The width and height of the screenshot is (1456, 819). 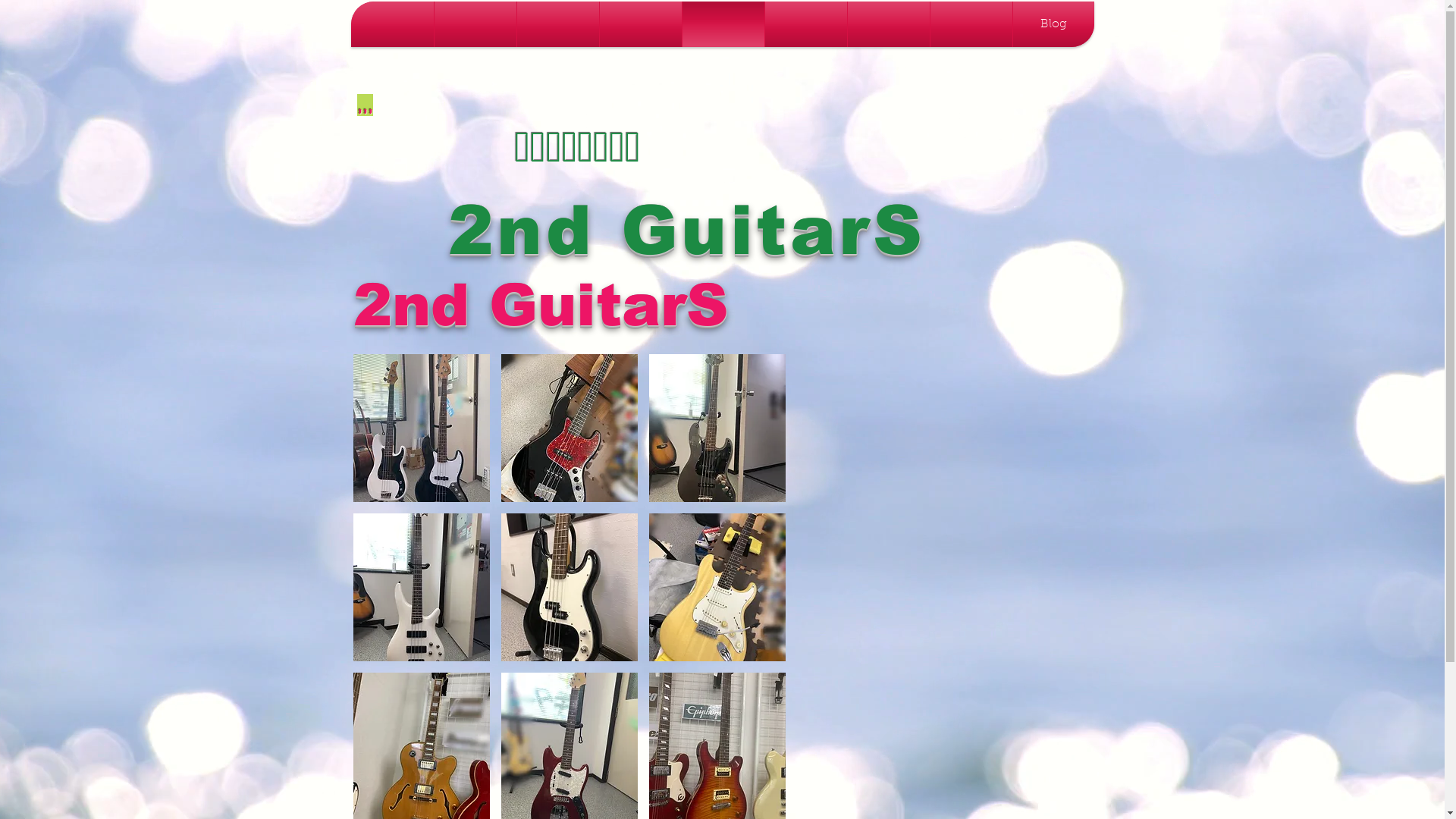 I want to click on 'Blog', so click(x=1053, y=24).